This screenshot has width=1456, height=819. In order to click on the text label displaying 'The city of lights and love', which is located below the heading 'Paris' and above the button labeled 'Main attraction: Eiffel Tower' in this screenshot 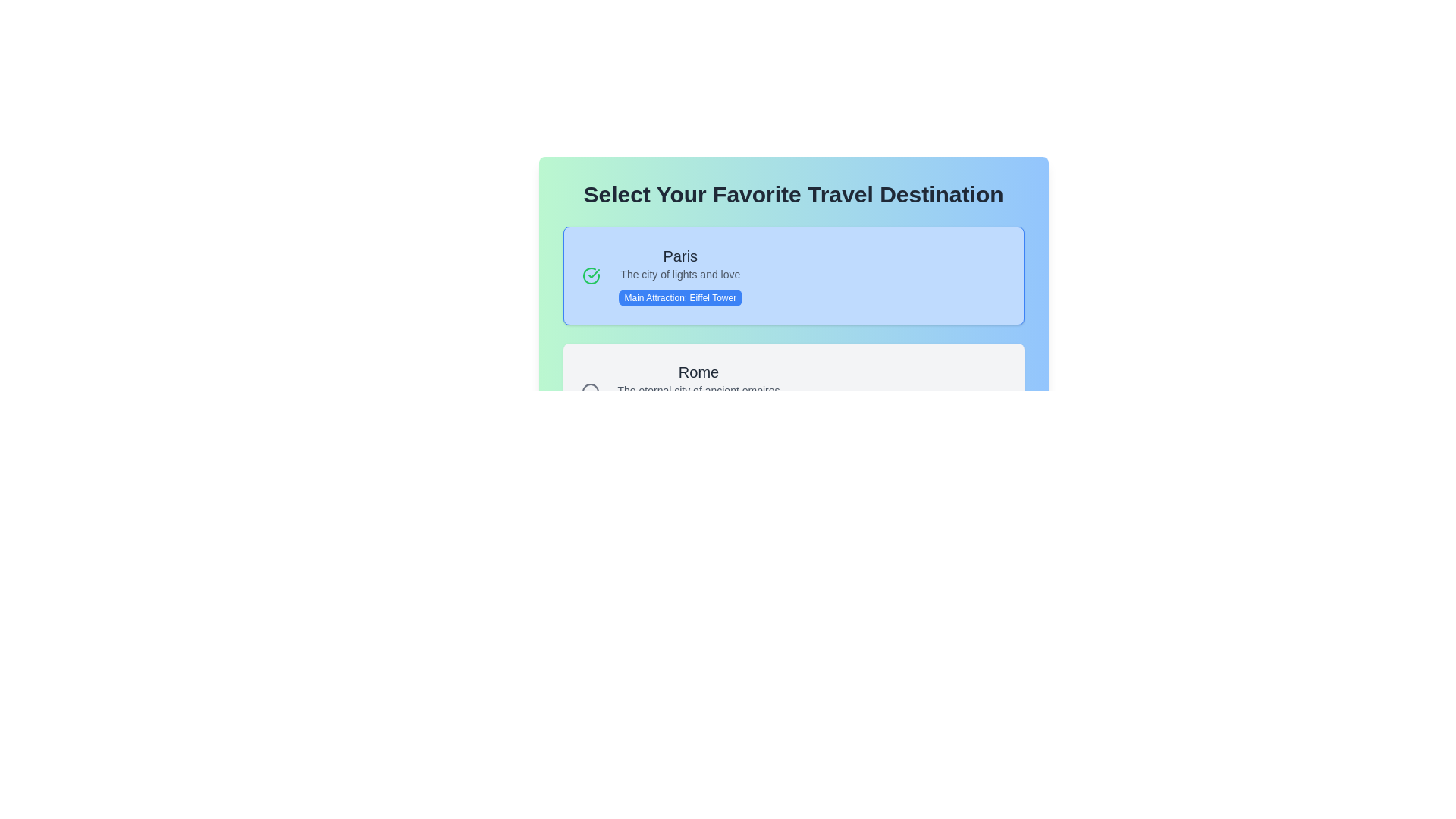, I will do `click(679, 275)`.